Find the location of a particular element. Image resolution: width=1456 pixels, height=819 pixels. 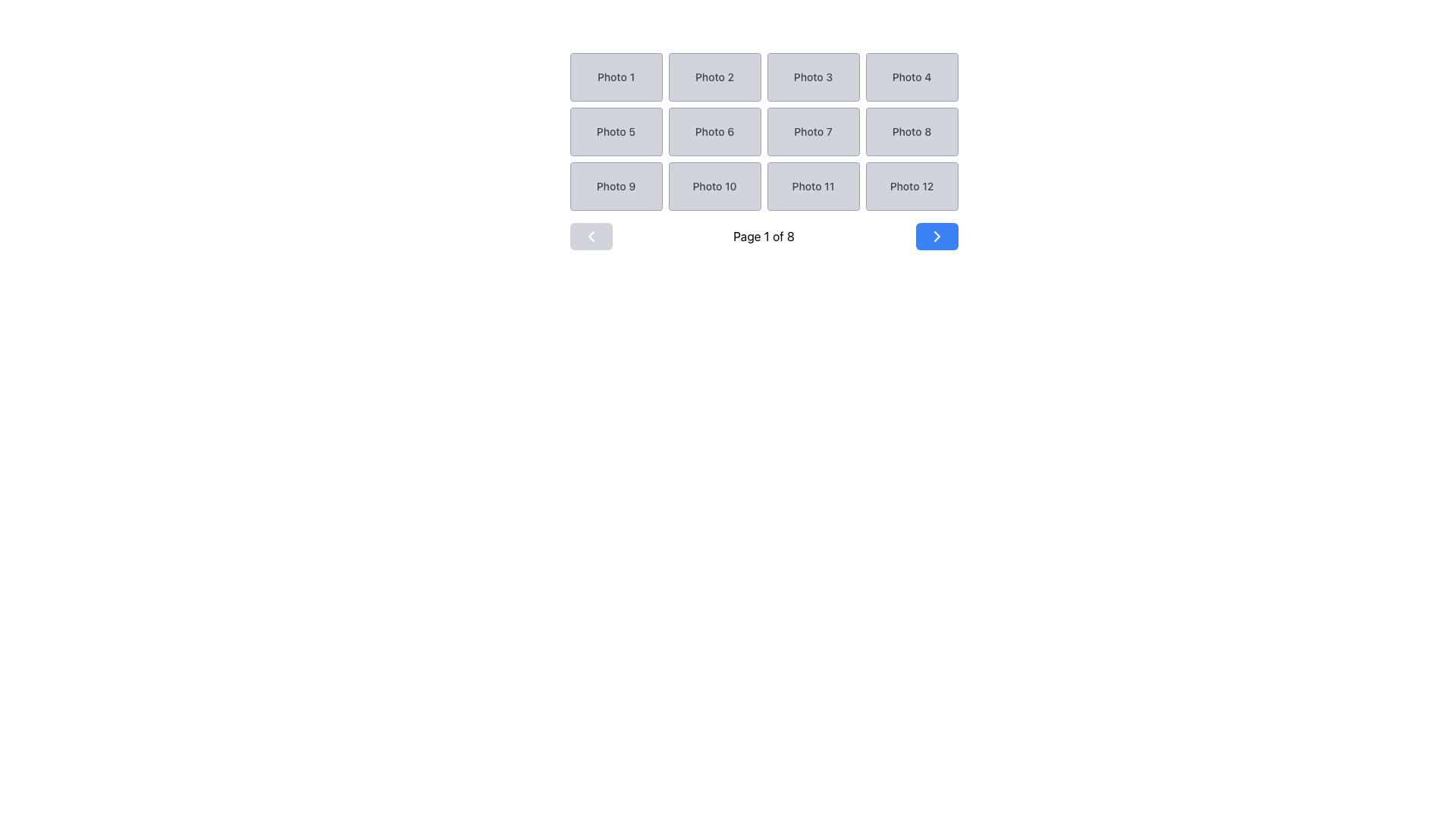

the chevron icon located at the right side of the blue button in the bottom right corner is located at coordinates (936, 237).